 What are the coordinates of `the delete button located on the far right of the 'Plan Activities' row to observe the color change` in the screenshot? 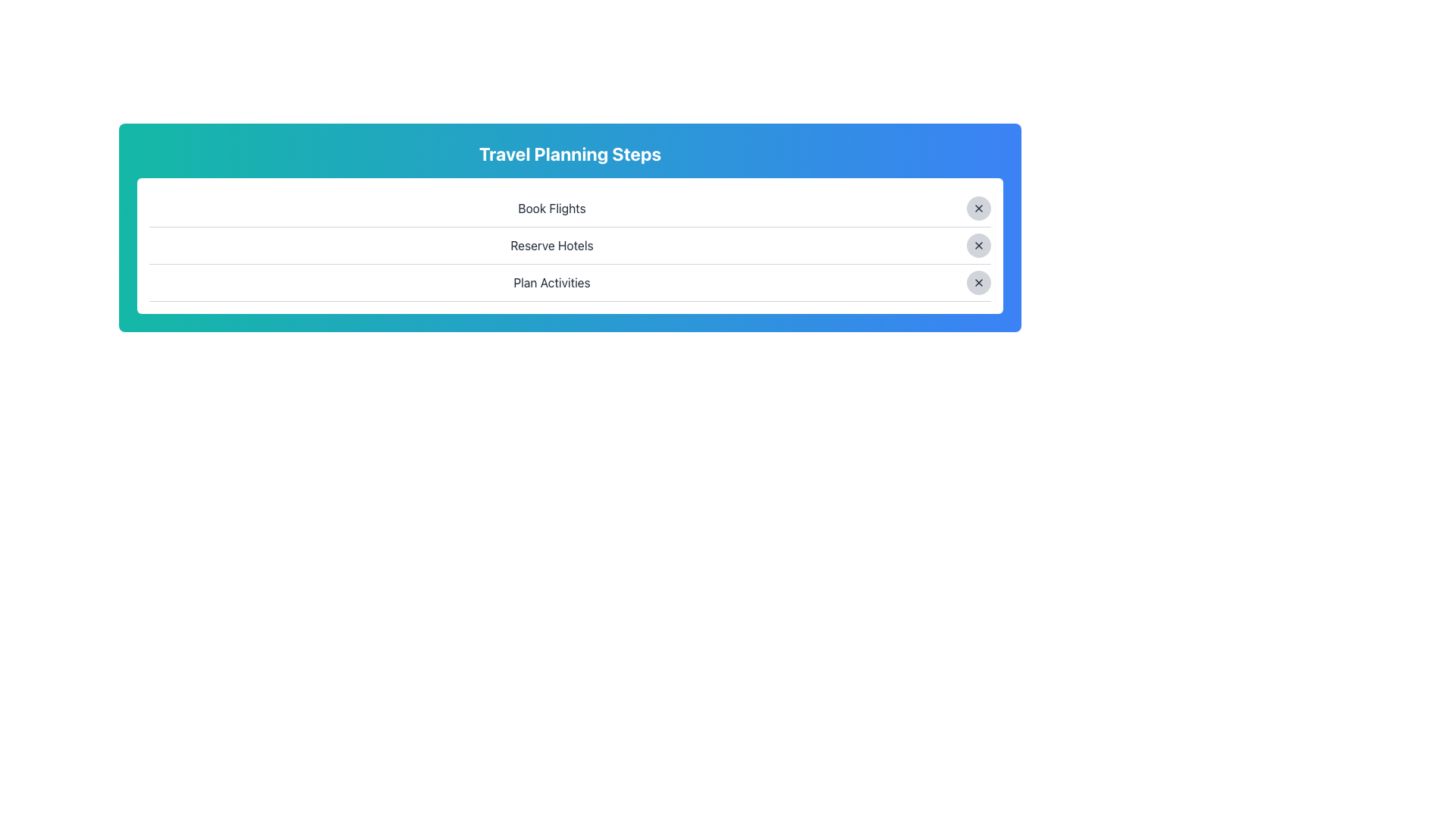 It's located at (979, 283).